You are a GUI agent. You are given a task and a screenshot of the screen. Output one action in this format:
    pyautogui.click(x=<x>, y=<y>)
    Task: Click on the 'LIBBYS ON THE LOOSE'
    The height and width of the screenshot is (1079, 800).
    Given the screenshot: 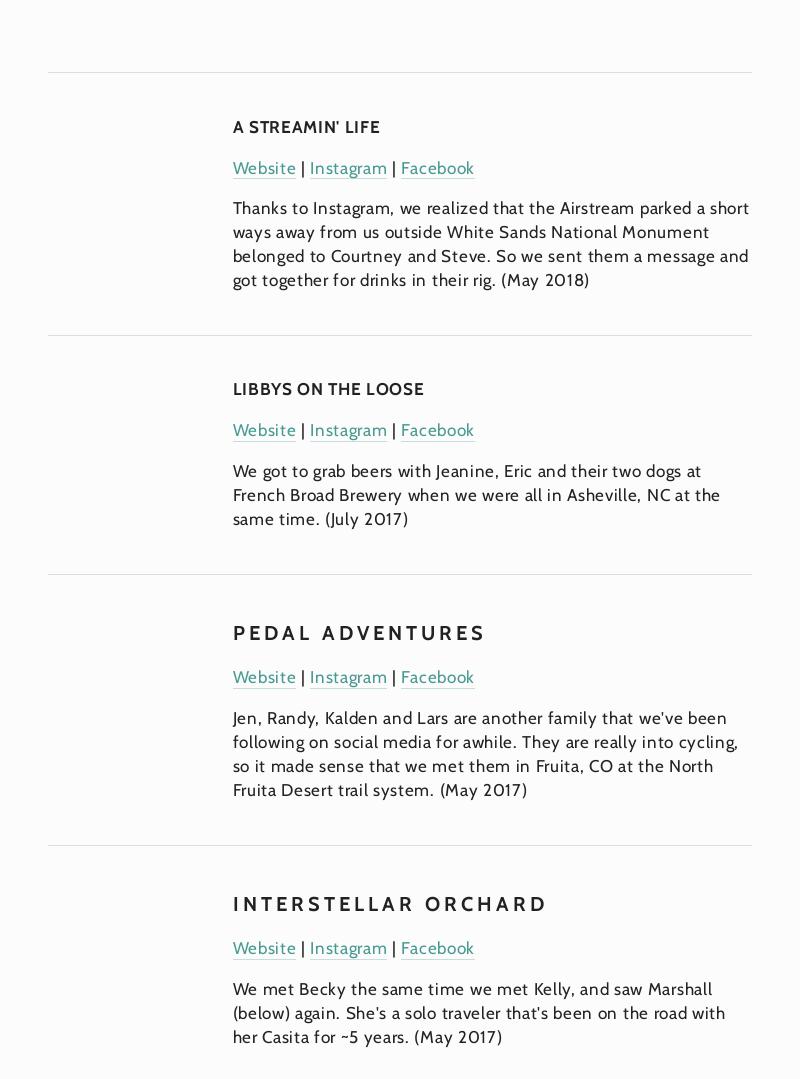 What is the action you would take?
    pyautogui.click(x=327, y=387)
    